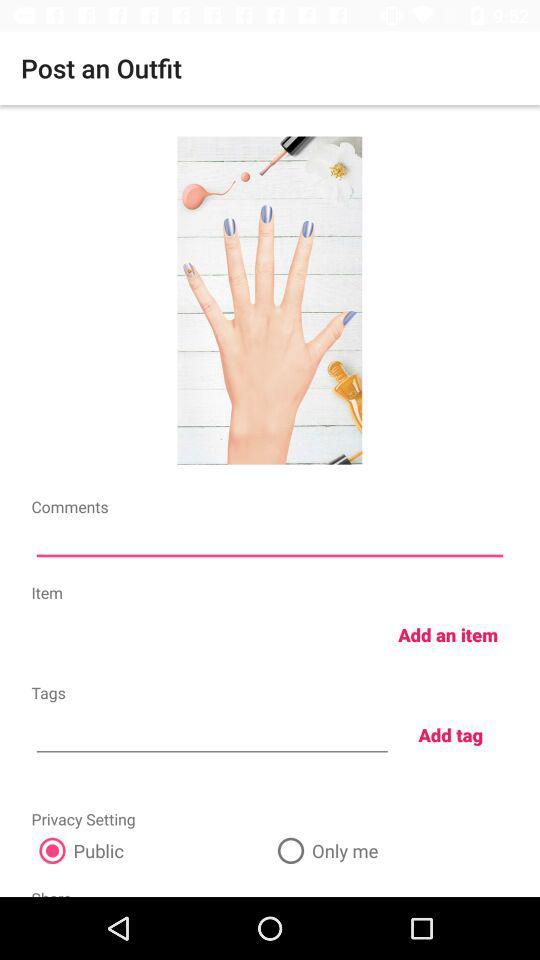 The width and height of the screenshot is (540, 960). What do you see at coordinates (389, 849) in the screenshot?
I see `the icon to the right of public icon` at bounding box center [389, 849].